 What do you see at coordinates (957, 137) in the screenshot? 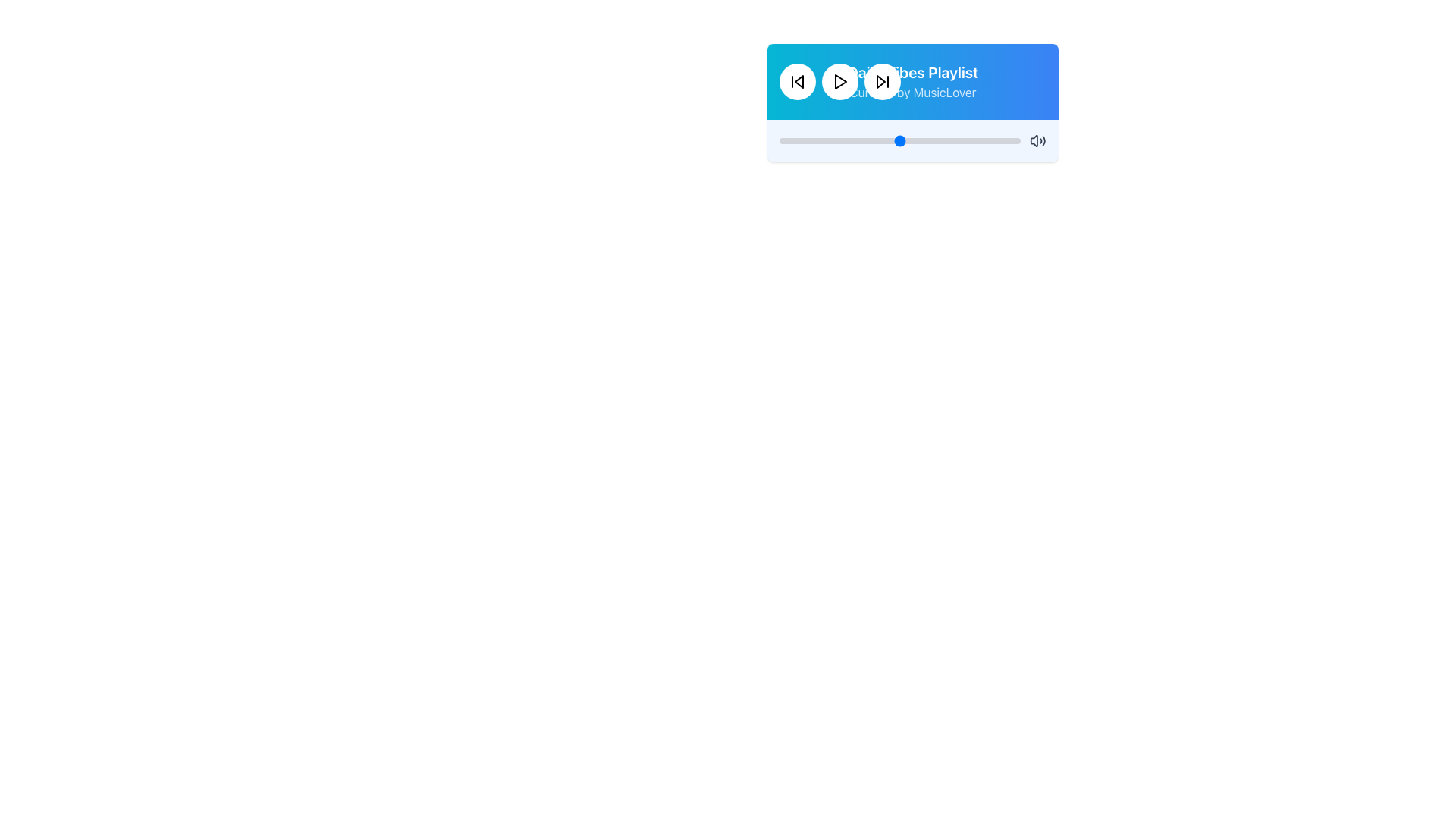
I see `the slider's value` at bounding box center [957, 137].